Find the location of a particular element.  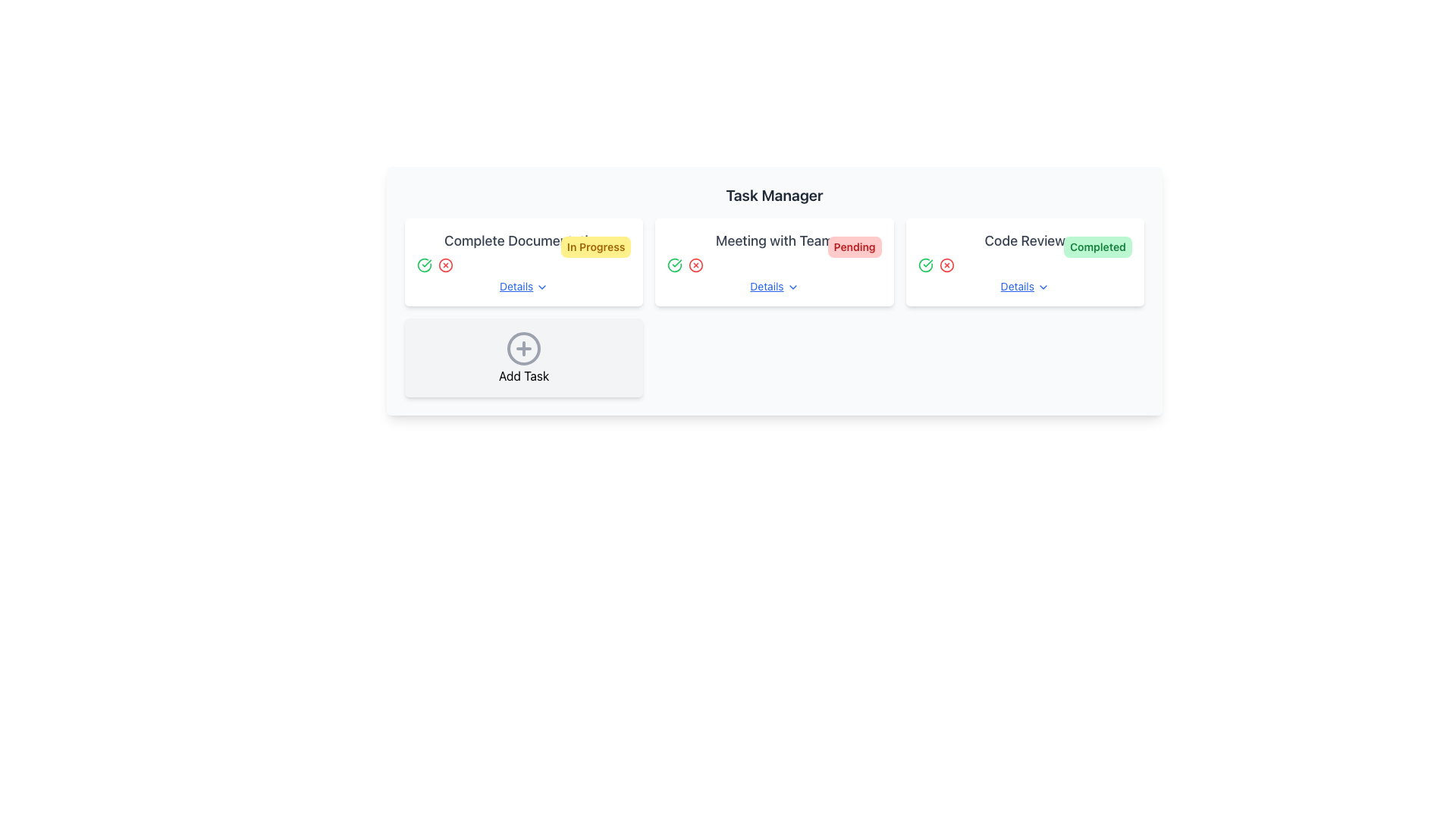

the downward-facing chevron icon located immediately to the right of the 'Details' text in the 'Meeting with Team' task card is located at coordinates (792, 287).